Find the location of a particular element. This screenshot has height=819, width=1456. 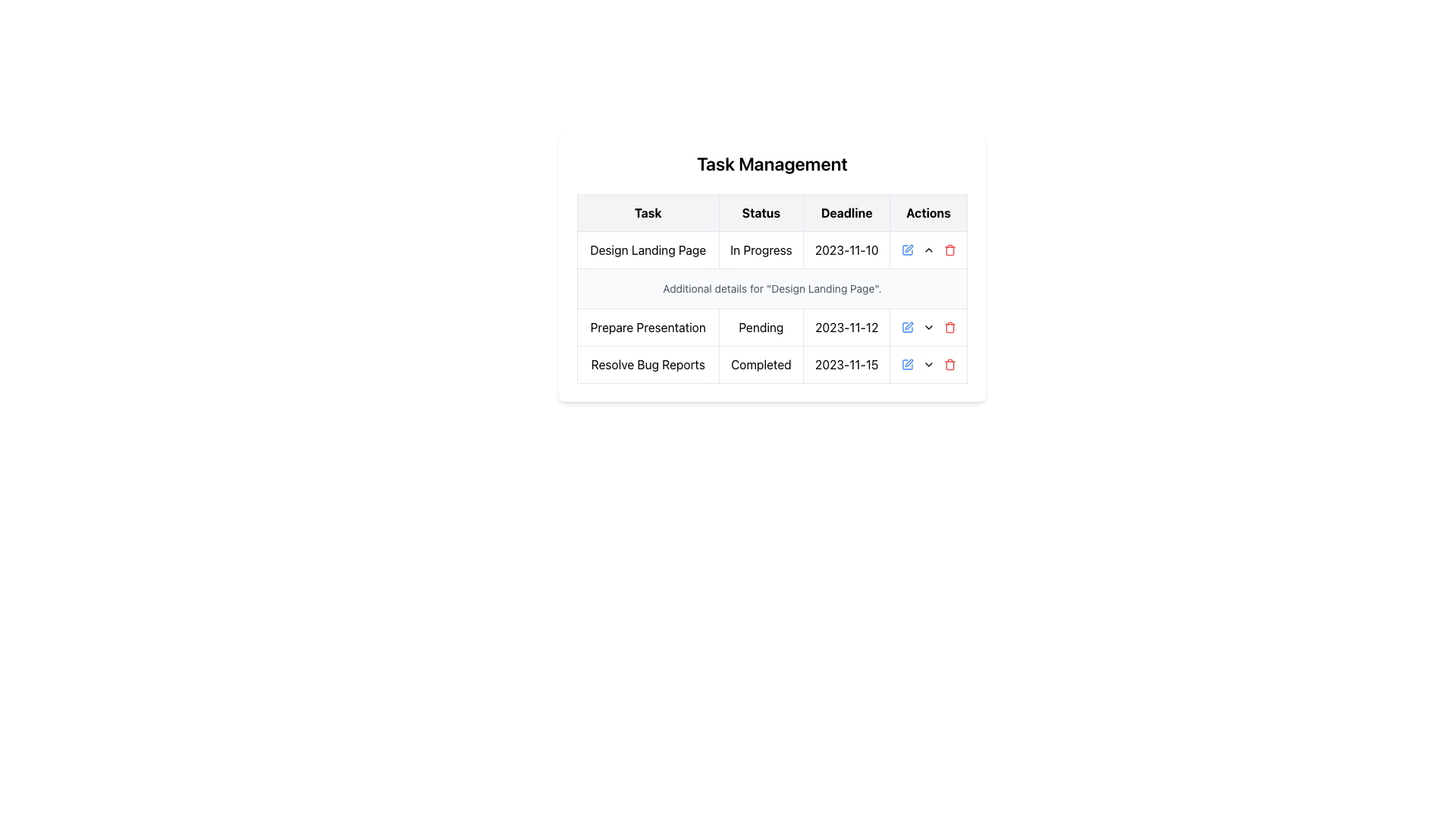

the blue pencil icon in the 'Actions' column of the table is located at coordinates (907, 327).